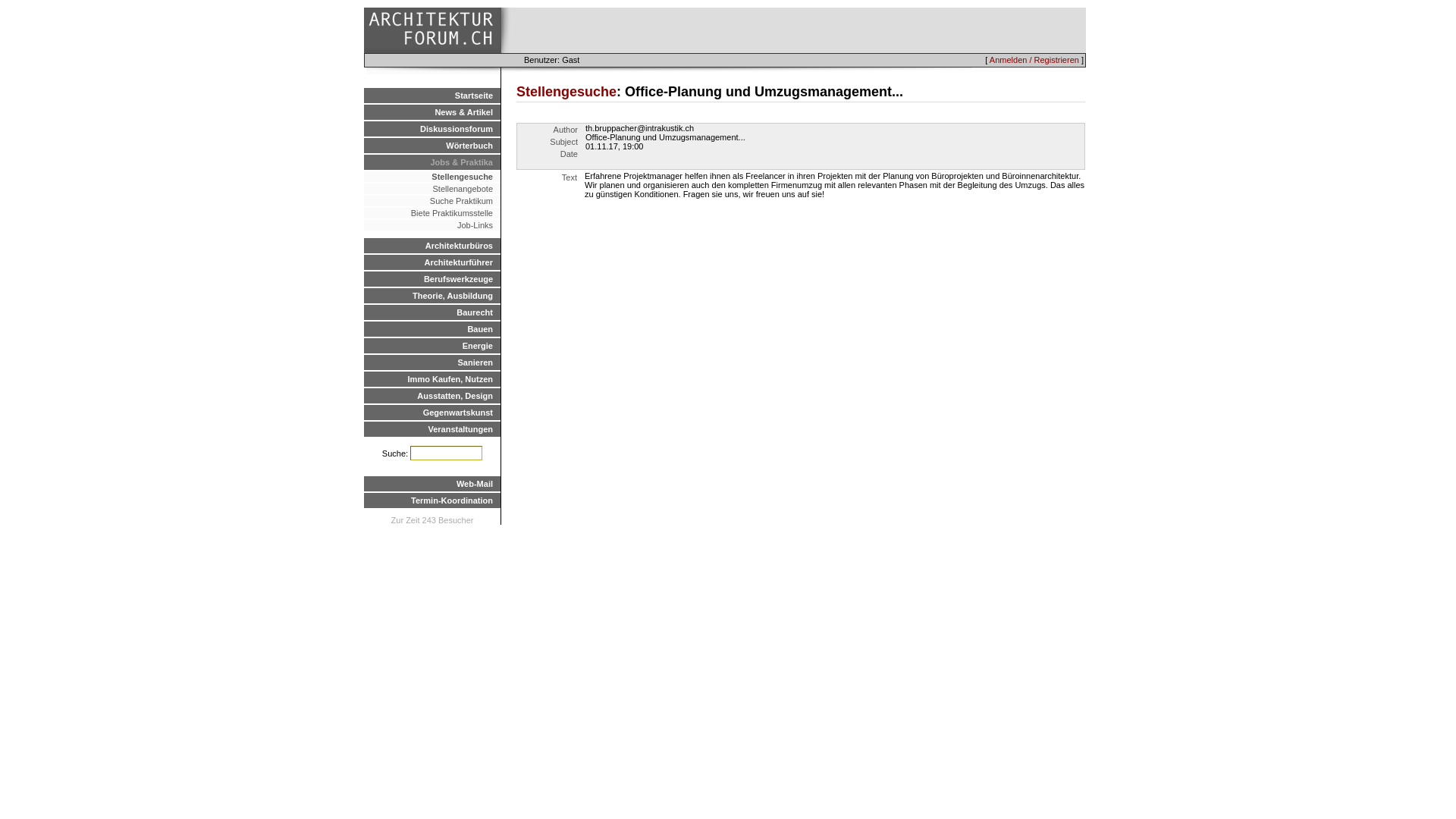  Describe the element at coordinates (431, 278) in the screenshot. I see `'Berufswerkzeuge'` at that location.